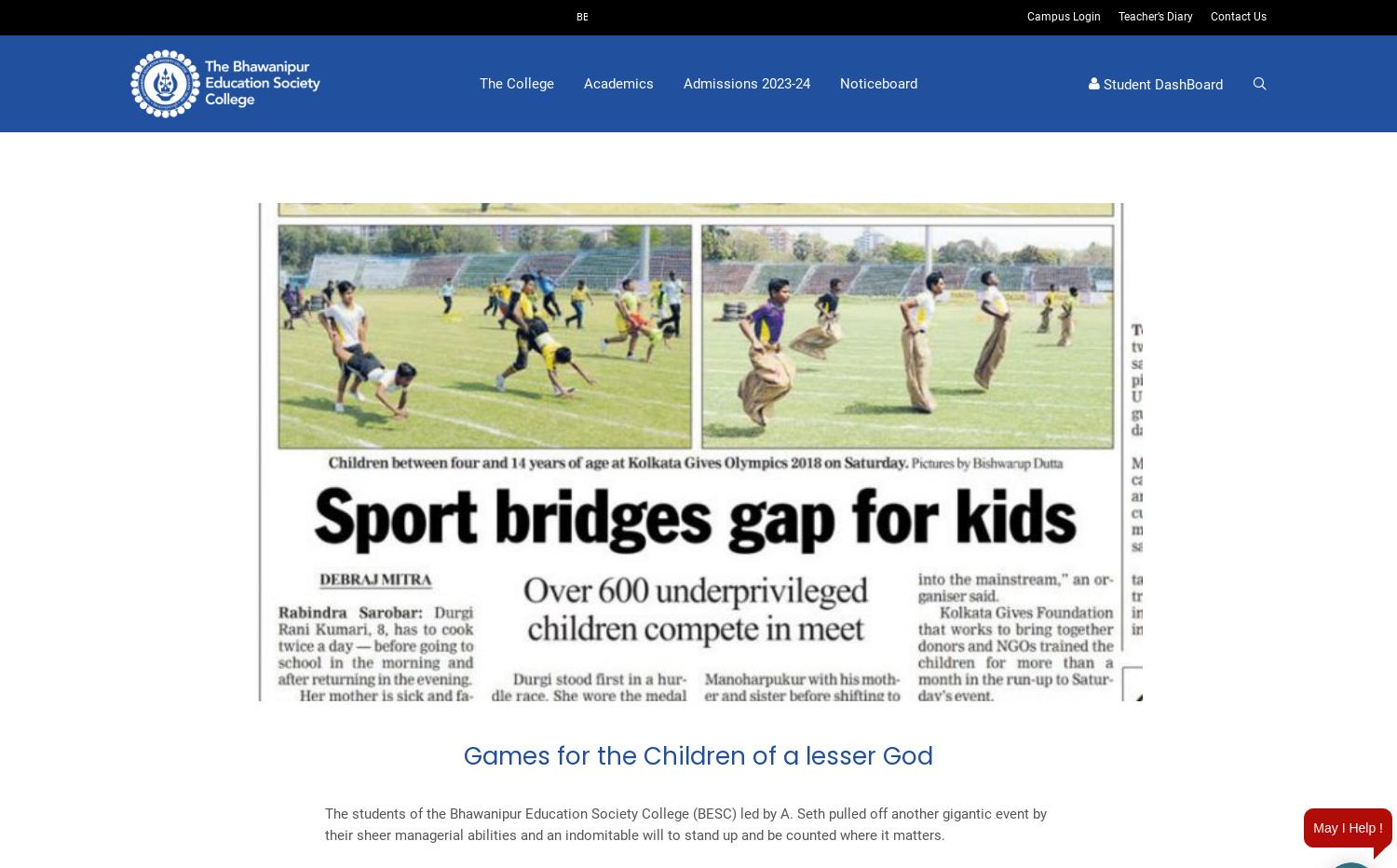  Describe the element at coordinates (684, 824) in the screenshot. I see `'The students of the Bhawanipur Education Society College (BESC) led by A. Seth pulled off another gigantic event by their sheer managerial abilities and an indomitable will to stand up and be counted where it matters.'` at that location.